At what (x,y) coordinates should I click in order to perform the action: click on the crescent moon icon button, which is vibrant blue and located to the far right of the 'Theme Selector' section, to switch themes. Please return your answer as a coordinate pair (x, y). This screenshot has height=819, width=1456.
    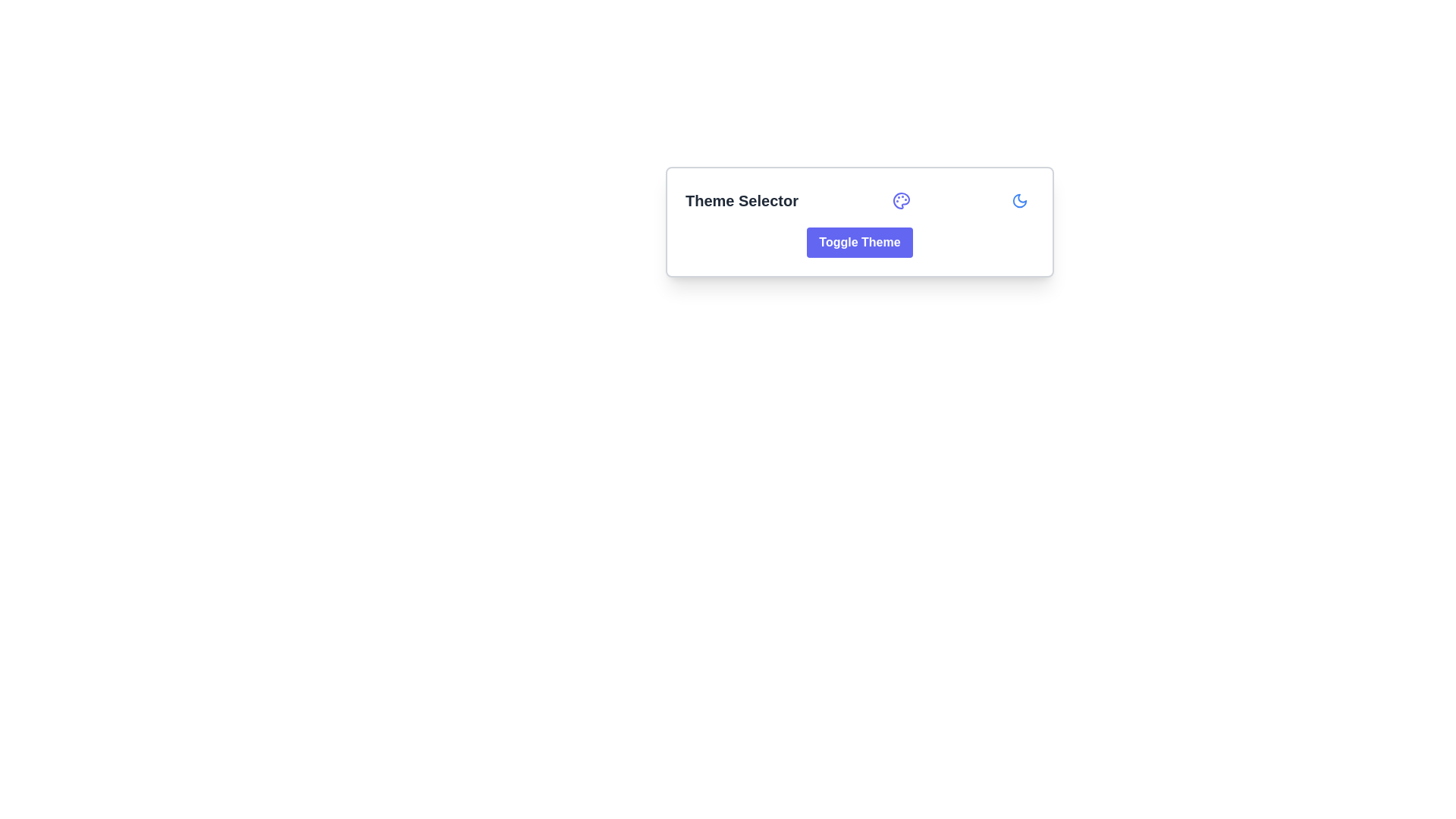
    Looking at the image, I should click on (1019, 200).